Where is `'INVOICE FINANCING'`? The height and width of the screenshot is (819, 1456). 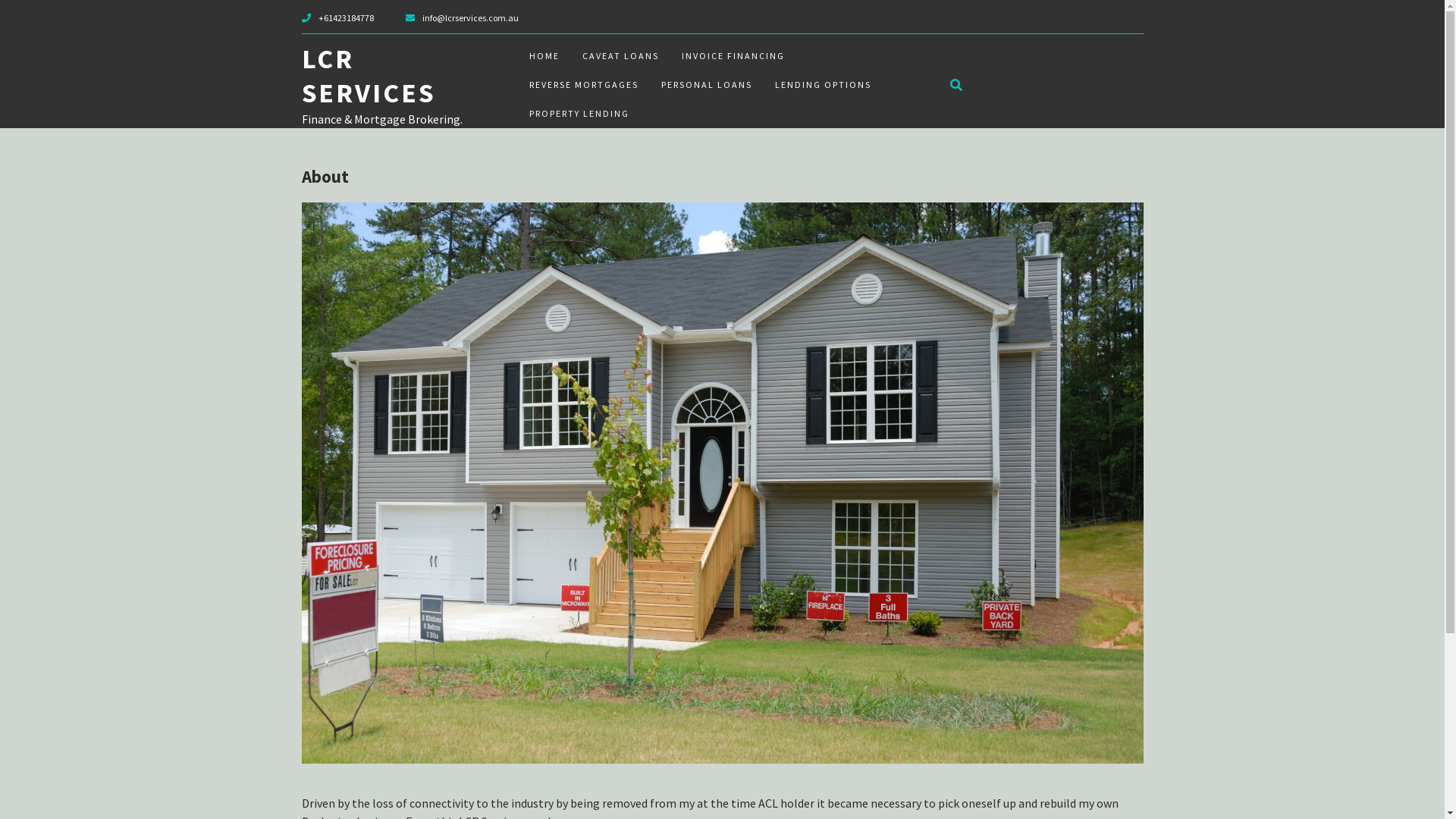
'INVOICE FINANCING' is located at coordinates (669, 55).